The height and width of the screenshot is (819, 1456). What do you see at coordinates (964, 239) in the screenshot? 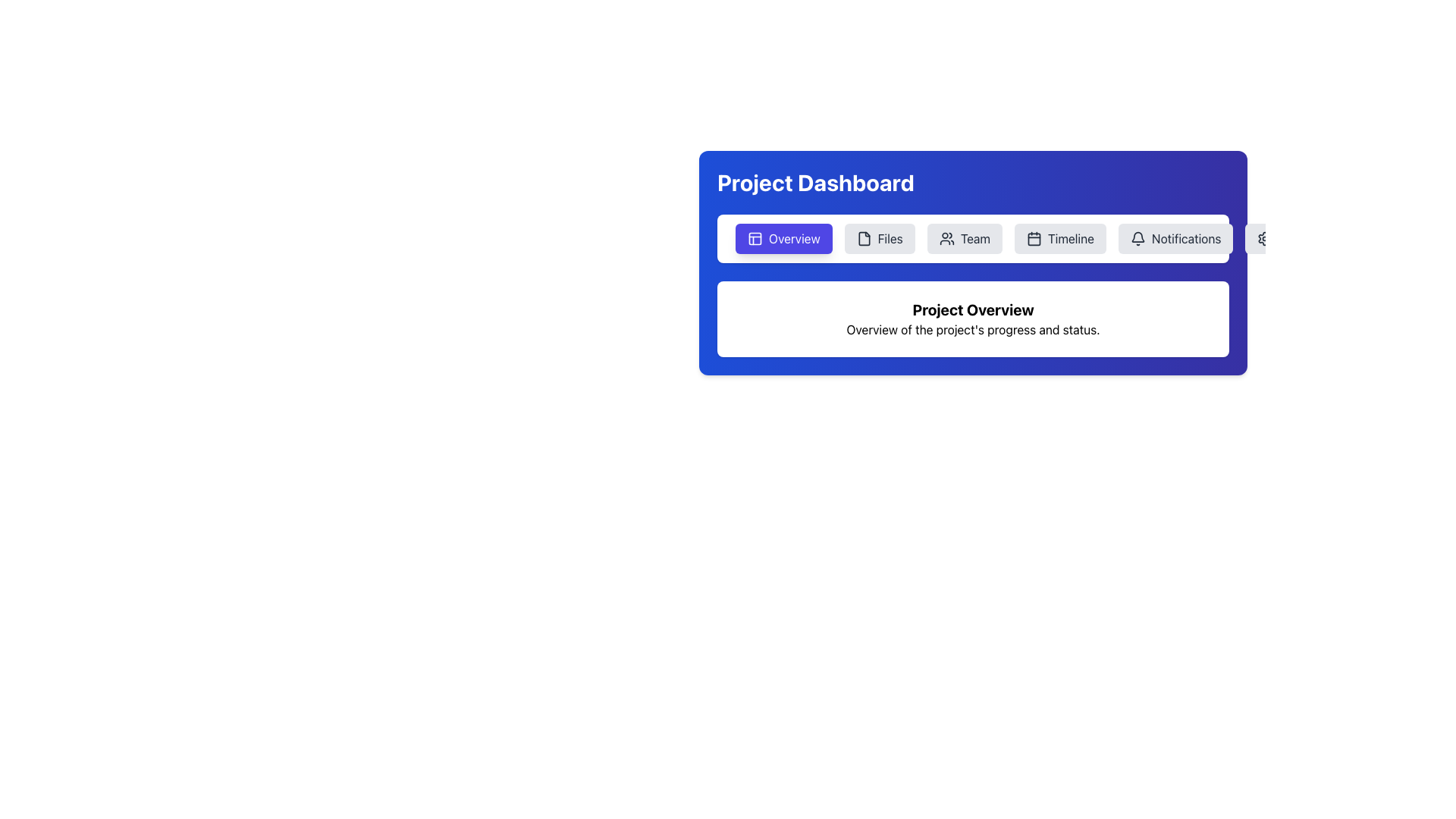
I see `the 'Team' button, which is the third button in a row of buttons between the 'Files' and 'Timeline' buttons` at bounding box center [964, 239].